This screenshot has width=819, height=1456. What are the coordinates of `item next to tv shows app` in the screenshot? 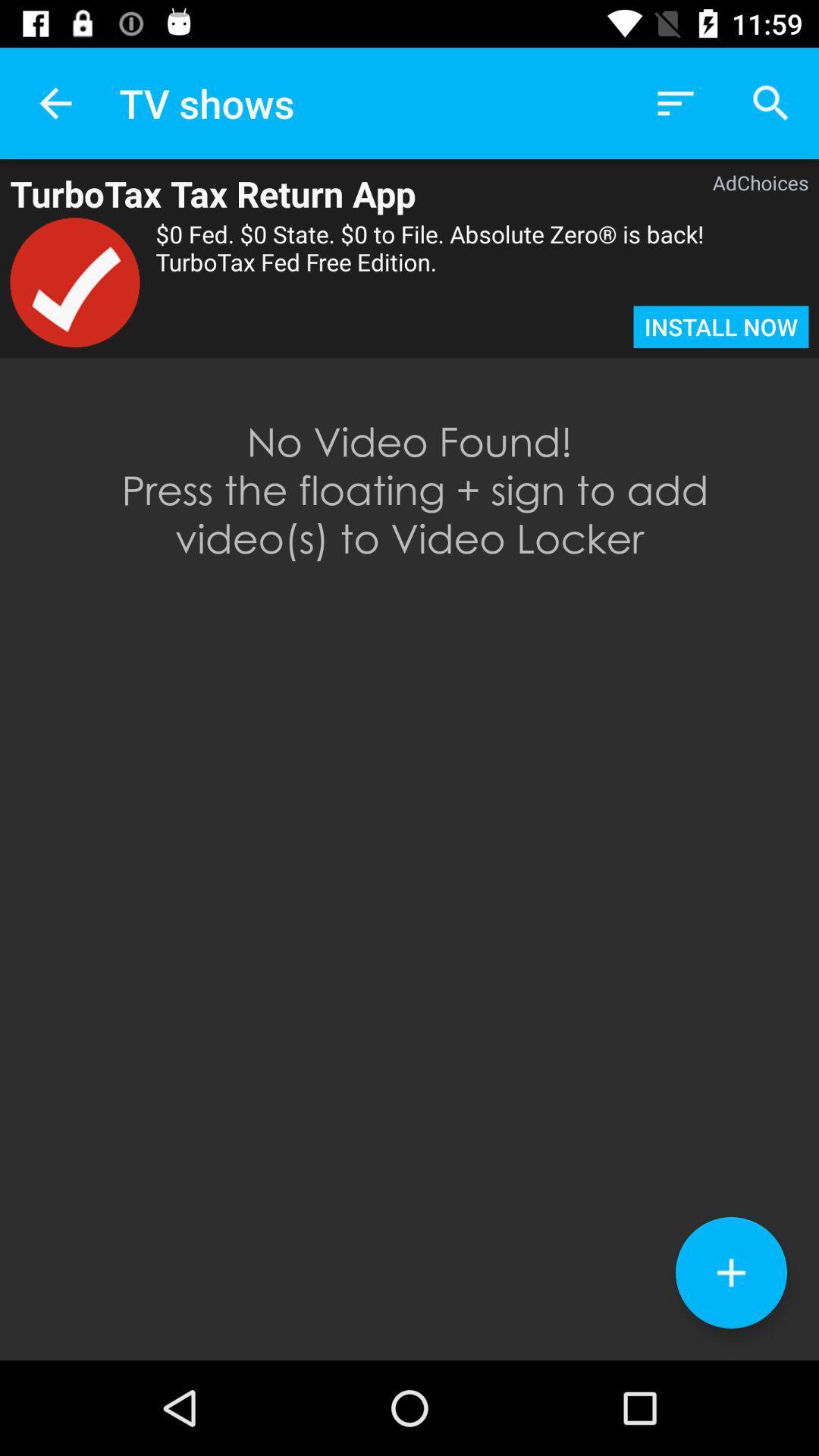 It's located at (55, 102).